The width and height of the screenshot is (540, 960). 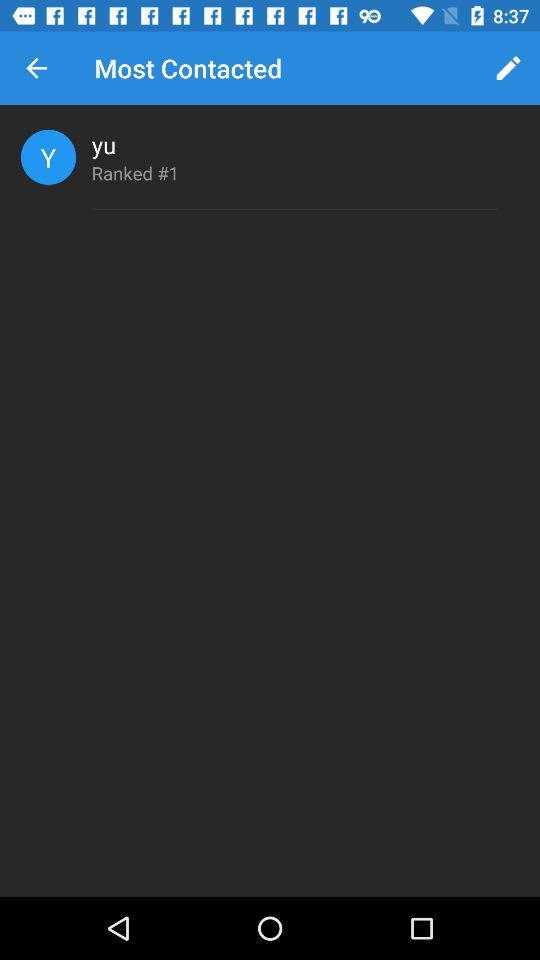 I want to click on item to the left of the yu, so click(x=48, y=156).